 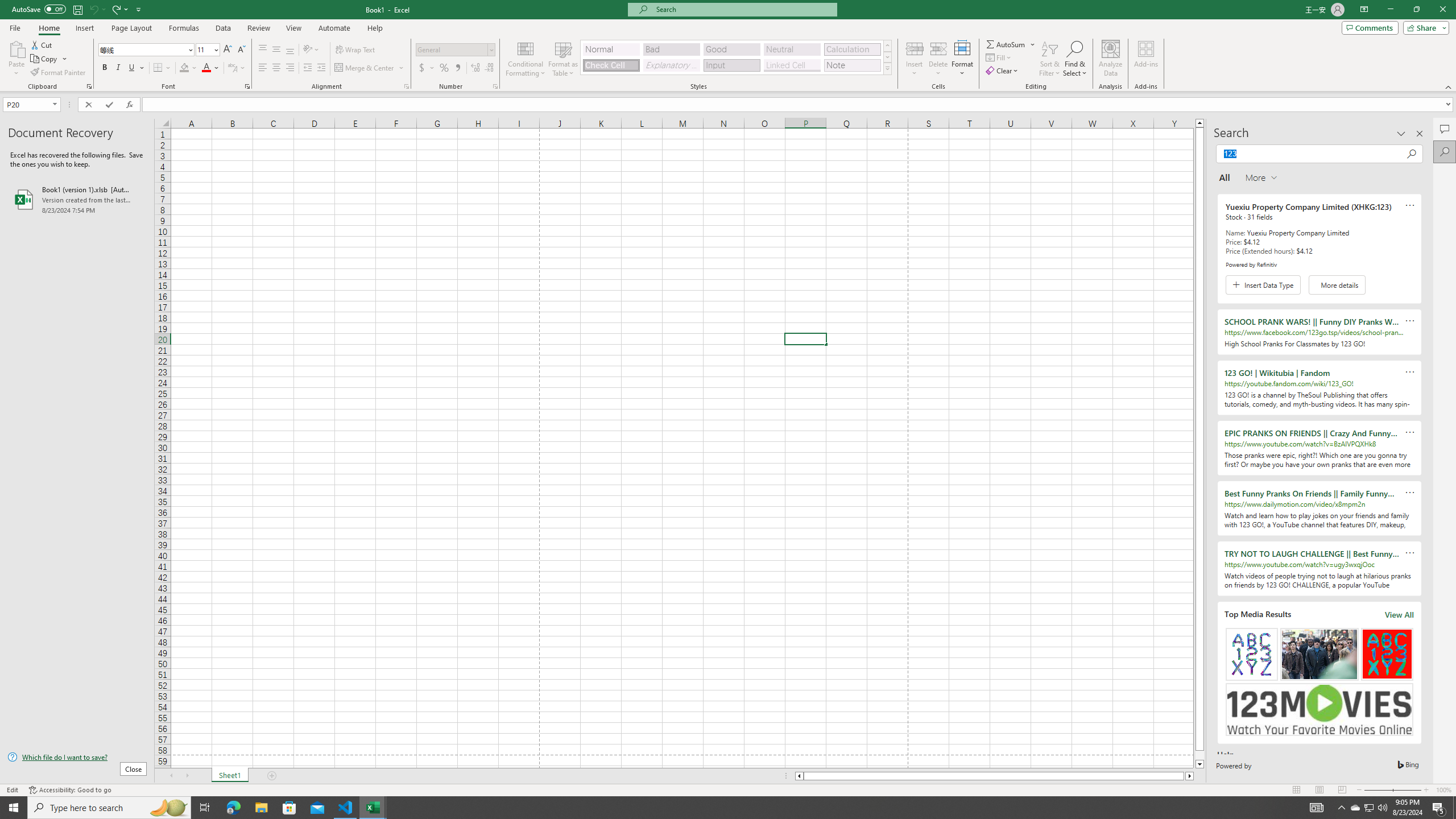 I want to click on 'Clear', so click(x=1002, y=69).